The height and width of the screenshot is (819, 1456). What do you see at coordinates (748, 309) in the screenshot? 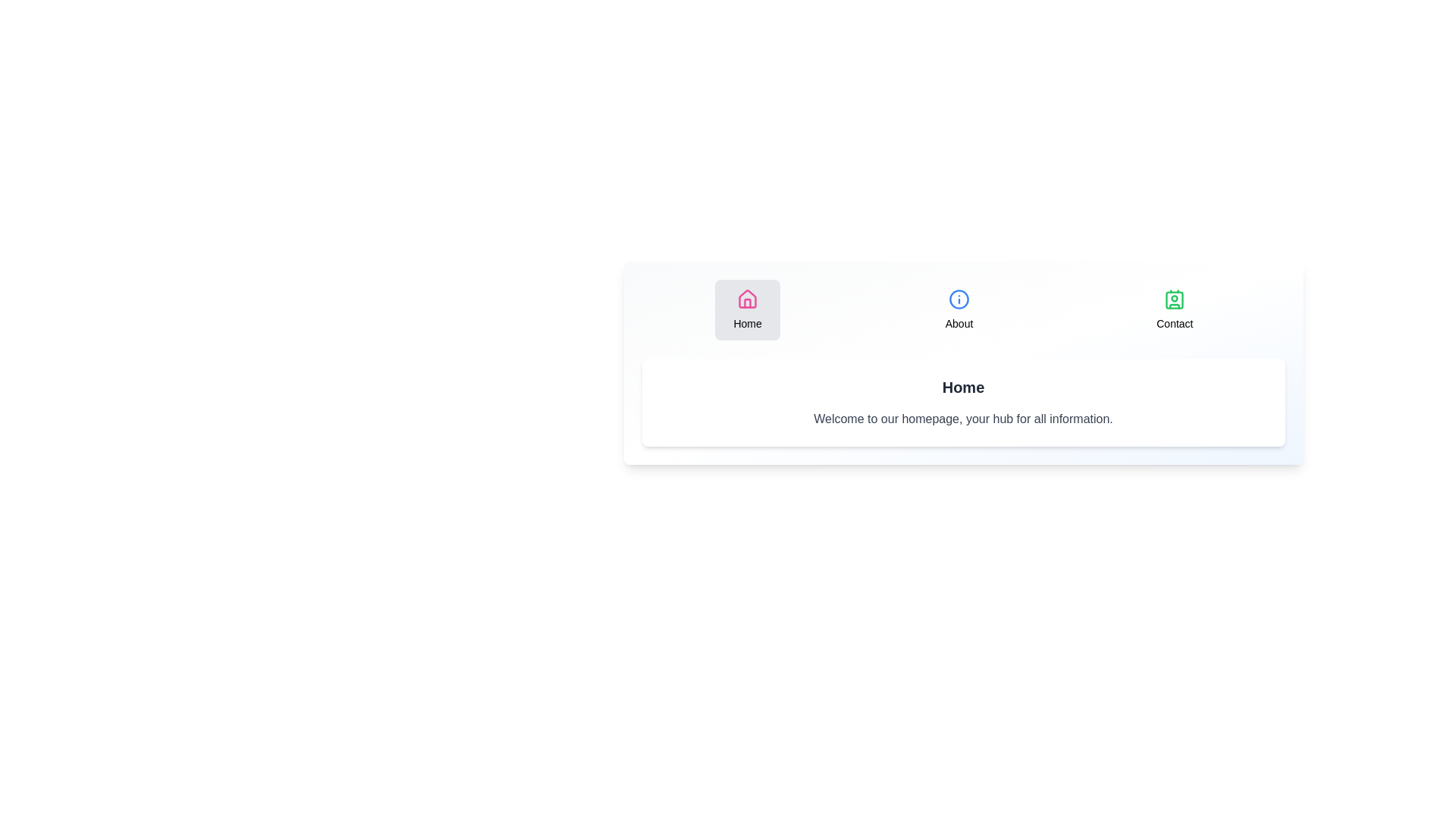
I see `the tab labeled Home to preview its hover effect` at bounding box center [748, 309].